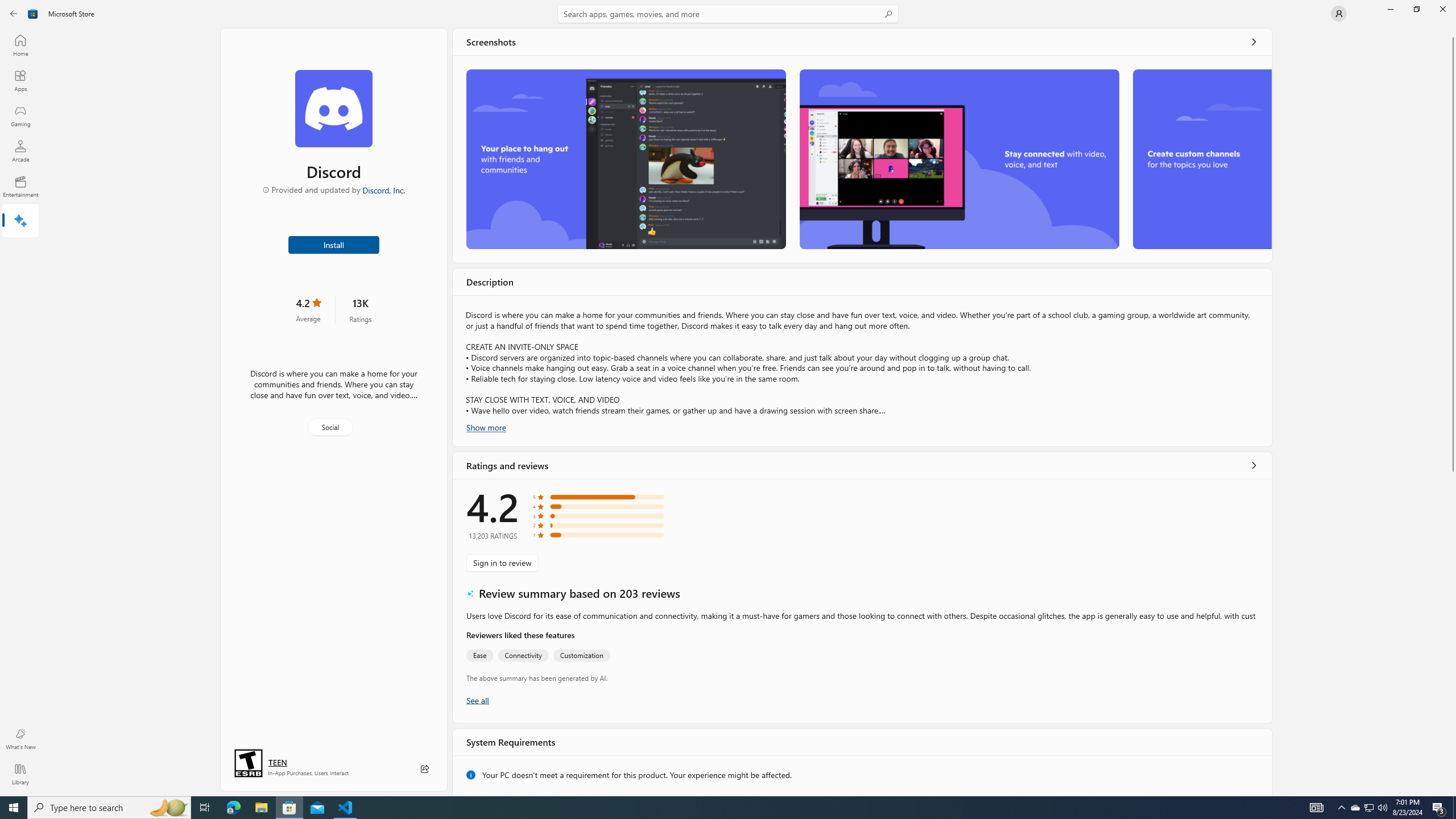  I want to click on 'Age rating: TEEN. Click for more information.', so click(276, 762).